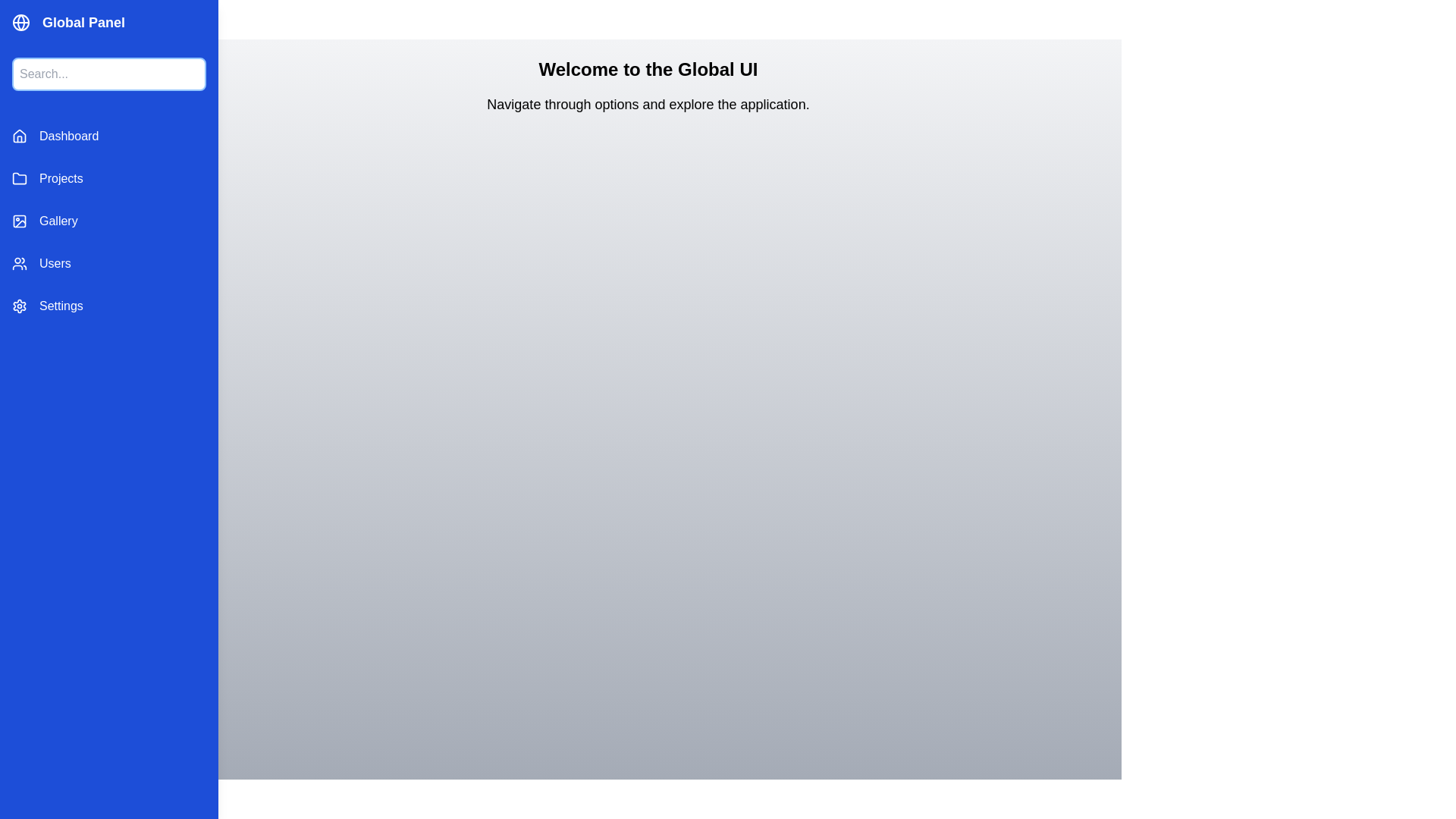  What do you see at coordinates (108, 177) in the screenshot?
I see `the navigation item labeled Projects to switch to its corresponding view` at bounding box center [108, 177].